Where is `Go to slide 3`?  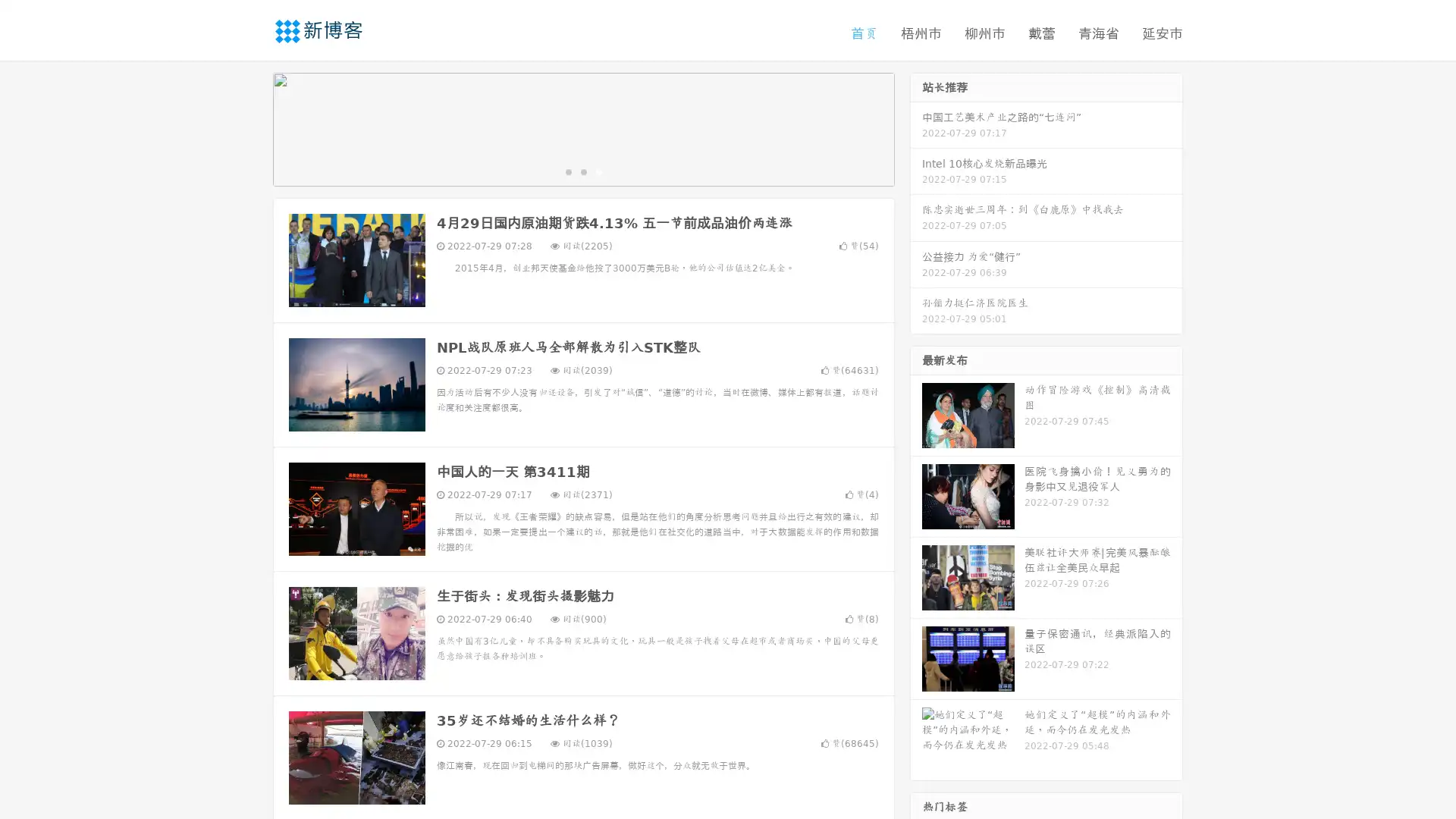
Go to slide 3 is located at coordinates (598, 171).